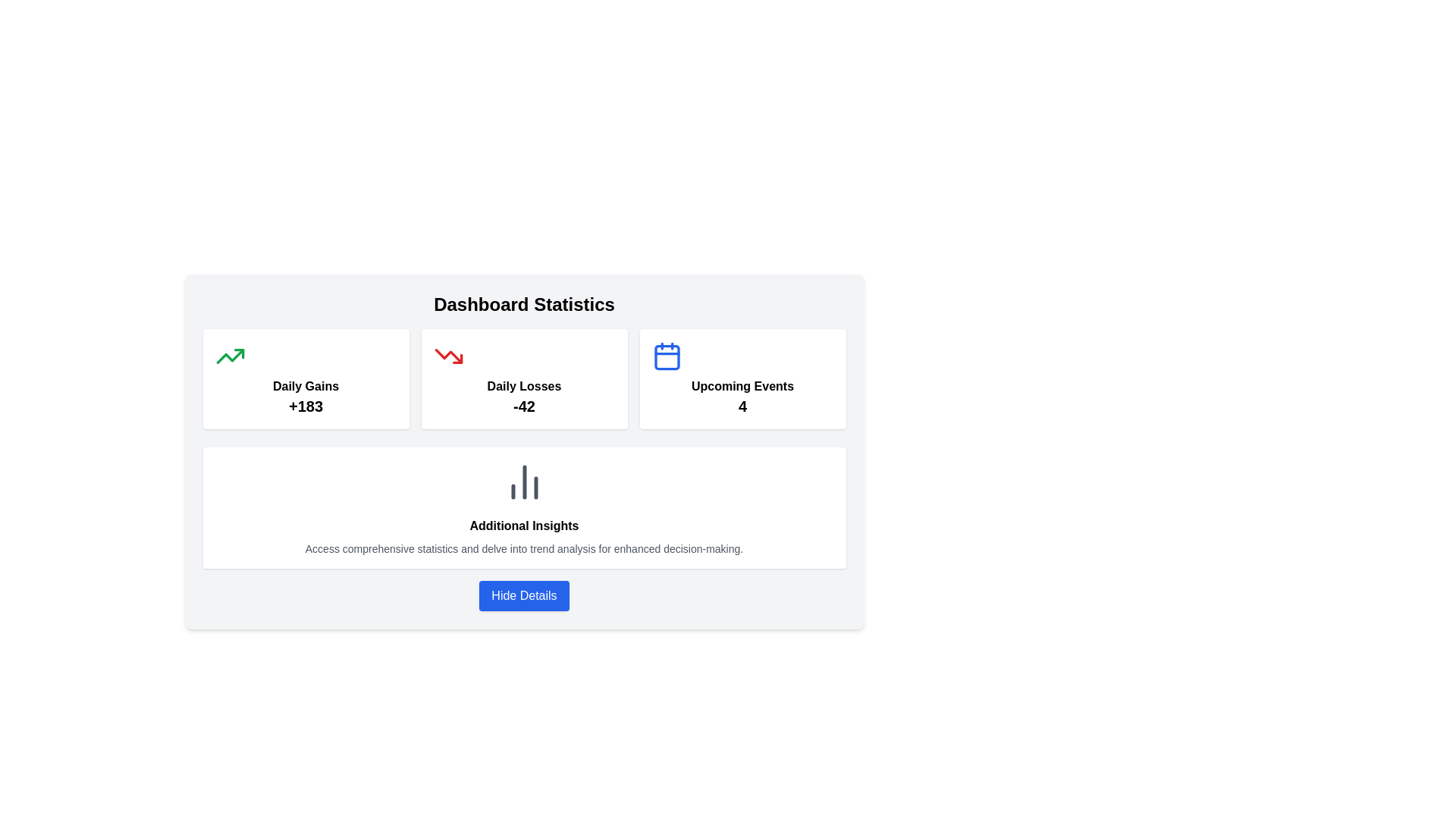  What do you see at coordinates (447, 356) in the screenshot?
I see `the downward trend graphical icon representing numerical losses in the 'Daily Losses -42' card, located near the top-left corner inside the card` at bounding box center [447, 356].